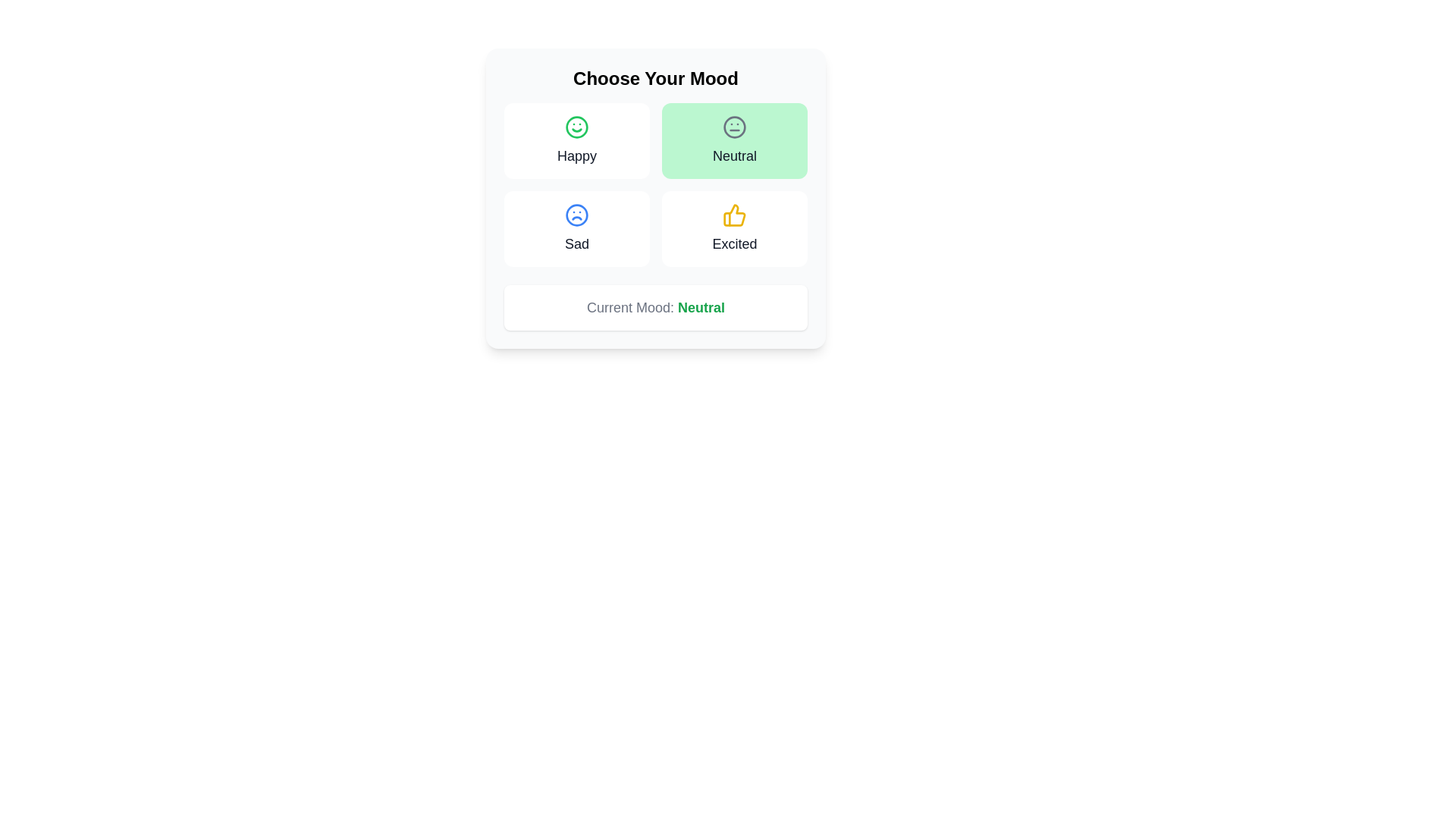 This screenshot has width=1456, height=819. I want to click on the blue circular icon representing a sad face located inside the 'Sad' button in the bottom-left corner of the mood selection interface, so click(576, 215).